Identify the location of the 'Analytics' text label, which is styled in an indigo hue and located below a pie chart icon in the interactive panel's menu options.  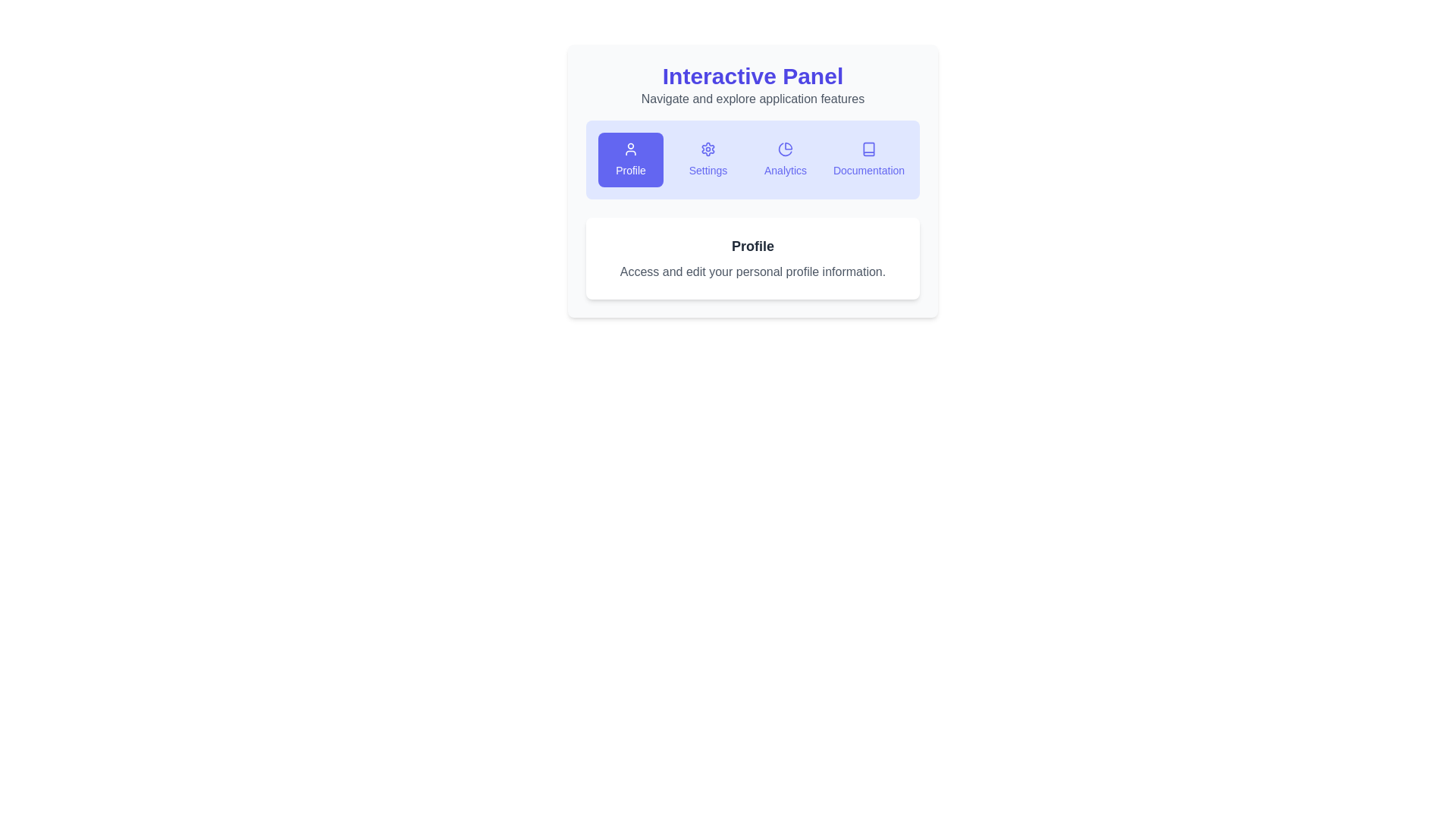
(786, 170).